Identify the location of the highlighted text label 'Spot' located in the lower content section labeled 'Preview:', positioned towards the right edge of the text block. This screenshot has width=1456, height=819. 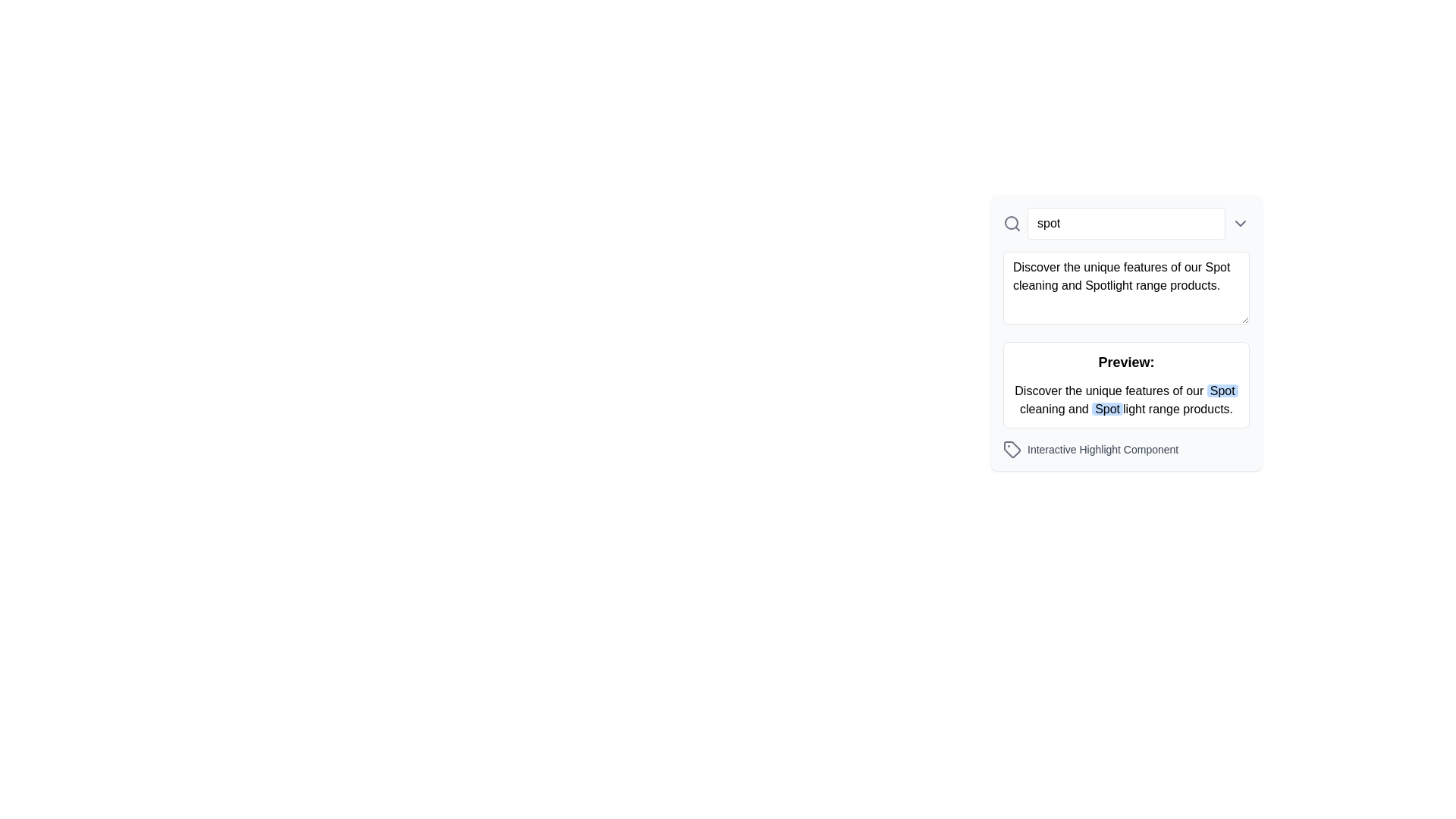
(1222, 390).